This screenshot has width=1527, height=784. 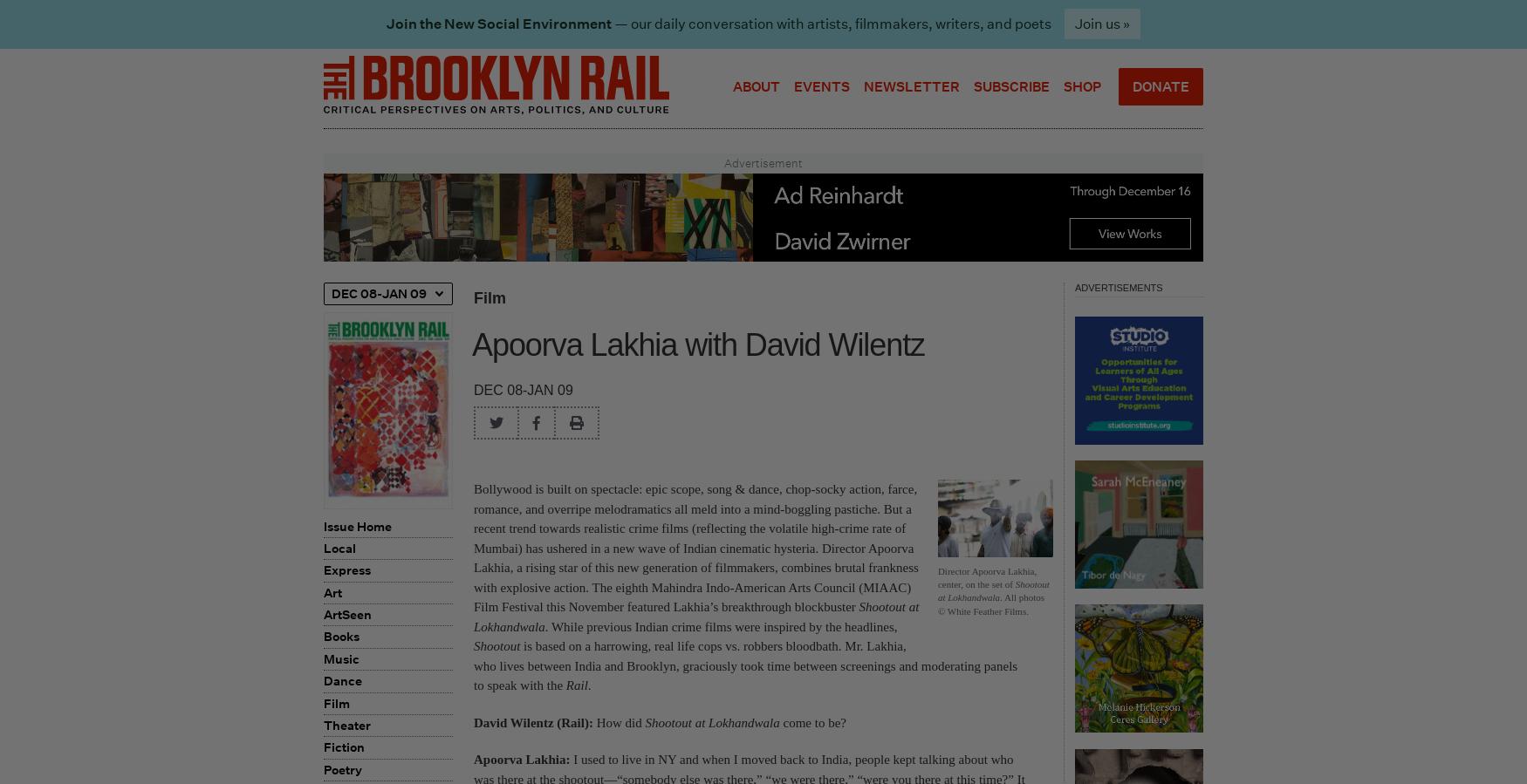 What do you see at coordinates (346, 613) in the screenshot?
I see `'ArtSeen'` at bounding box center [346, 613].